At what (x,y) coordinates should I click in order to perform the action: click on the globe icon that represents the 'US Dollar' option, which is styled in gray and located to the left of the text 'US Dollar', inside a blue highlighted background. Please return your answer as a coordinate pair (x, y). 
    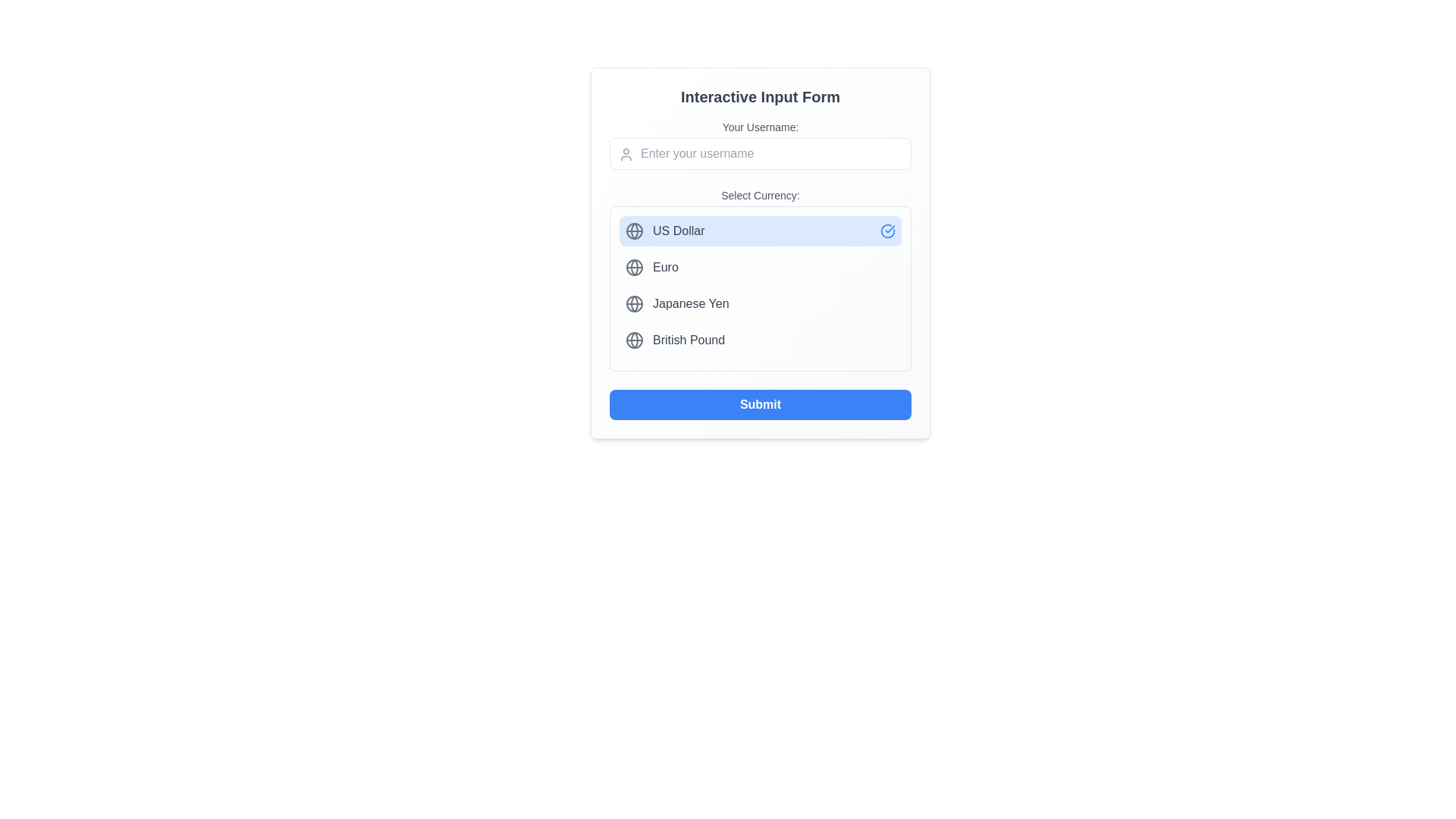
    Looking at the image, I should click on (634, 231).